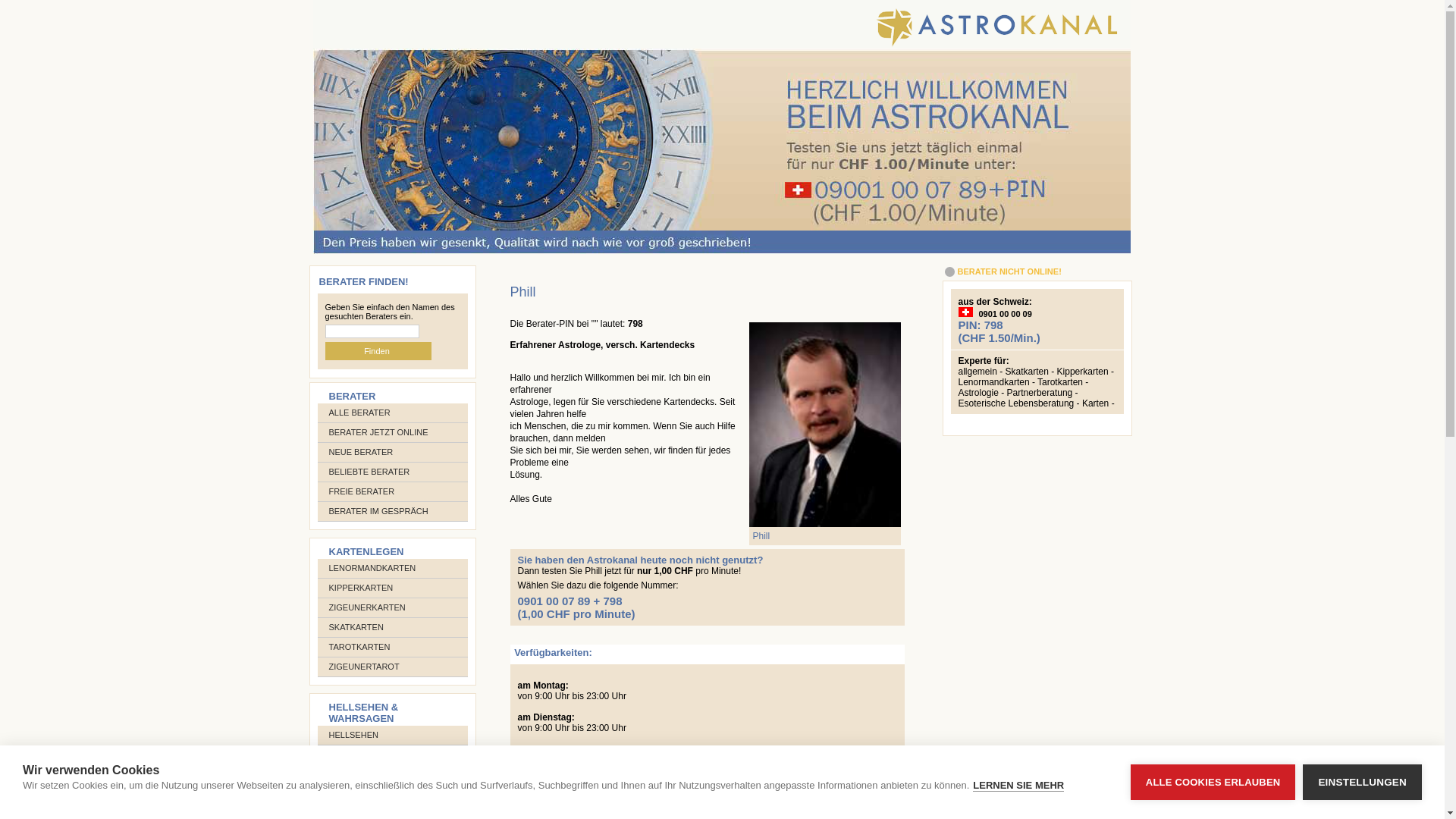  What do you see at coordinates (356, 626) in the screenshot?
I see `'SKATKARTEN'` at bounding box center [356, 626].